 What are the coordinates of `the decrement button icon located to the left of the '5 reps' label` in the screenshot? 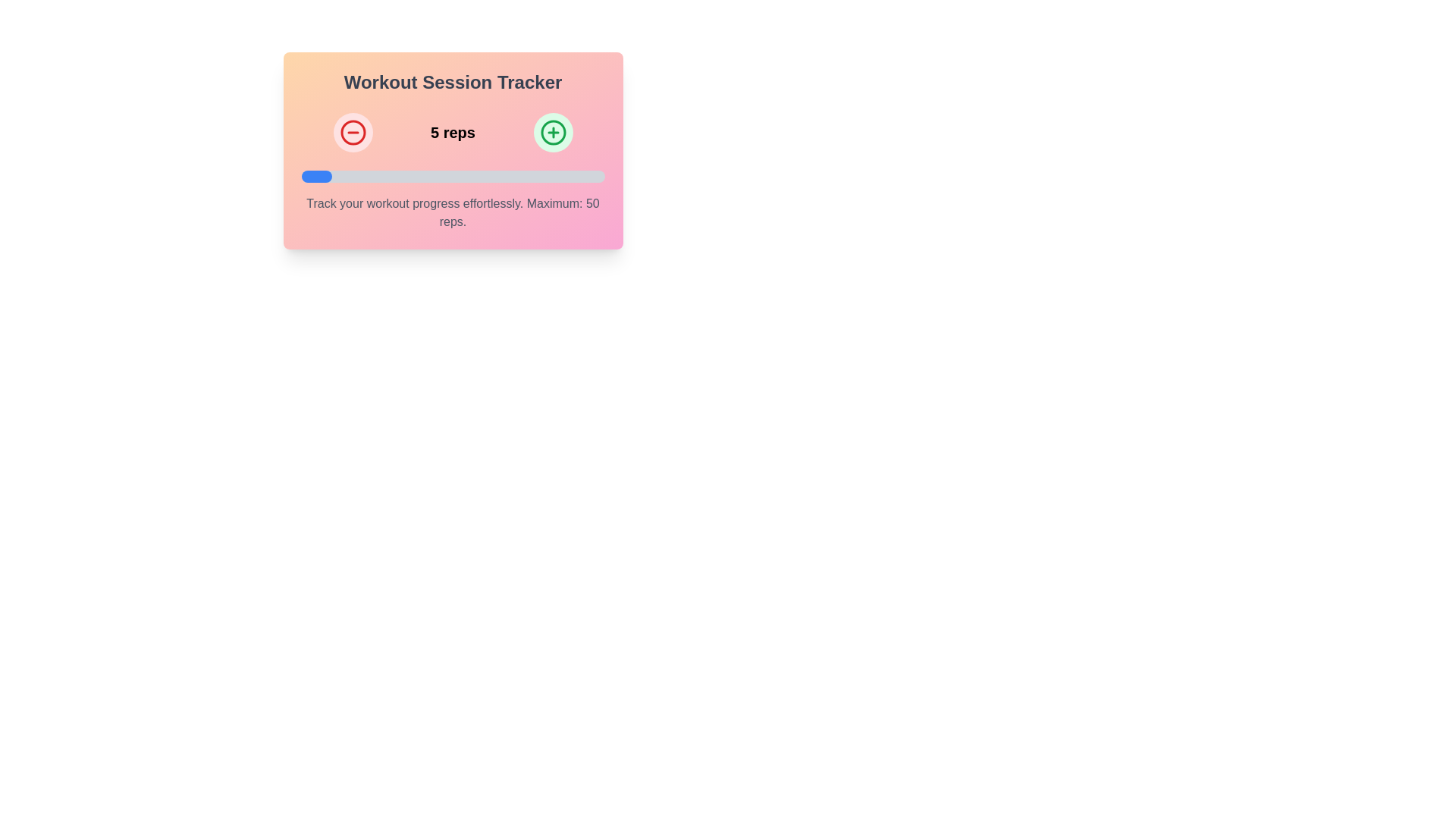 It's located at (352, 131).